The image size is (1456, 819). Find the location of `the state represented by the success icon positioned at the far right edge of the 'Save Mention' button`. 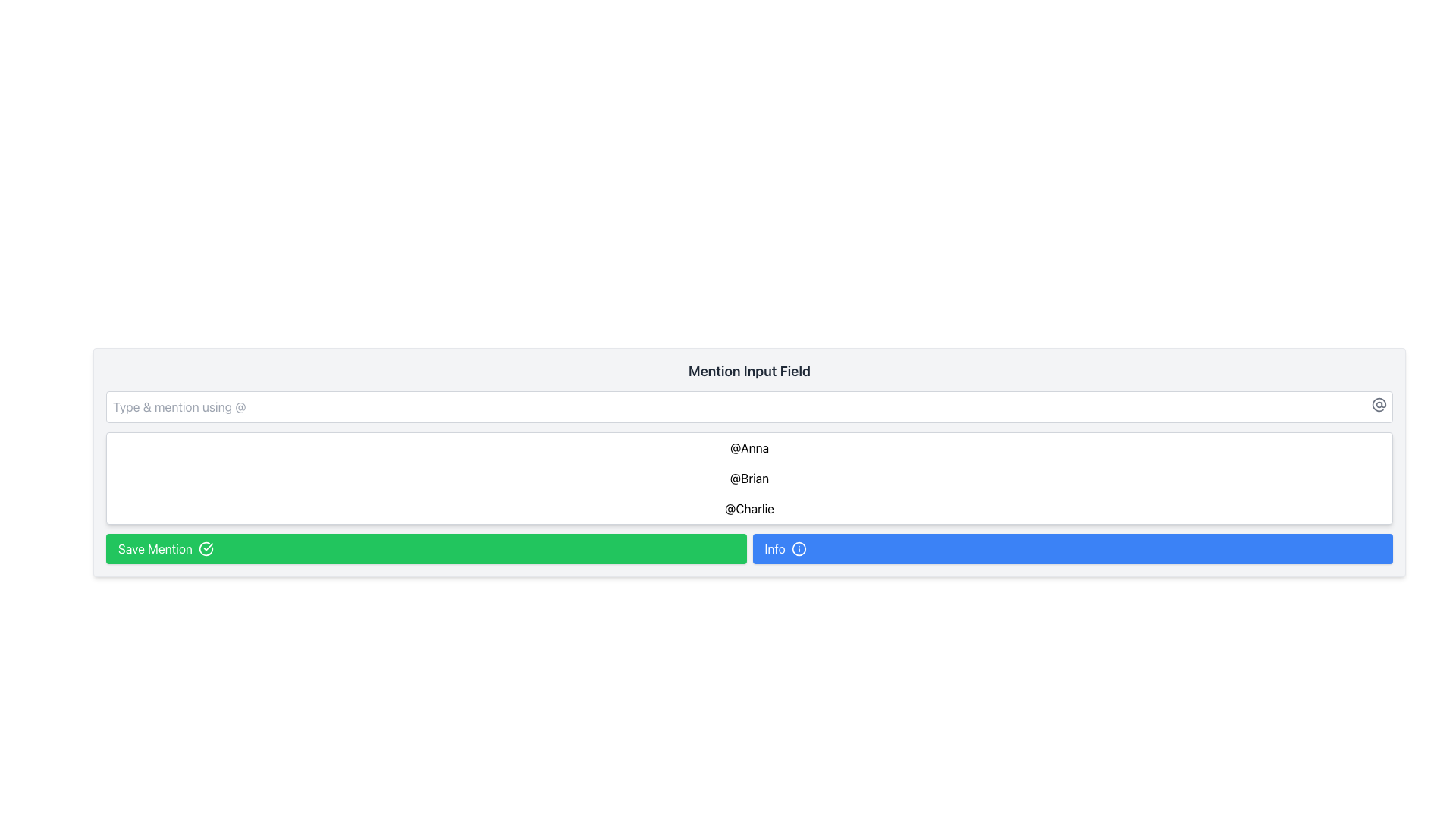

the state represented by the success icon positioned at the far right edge of the 'Save Mention' button is located at coordinates (206, 549).